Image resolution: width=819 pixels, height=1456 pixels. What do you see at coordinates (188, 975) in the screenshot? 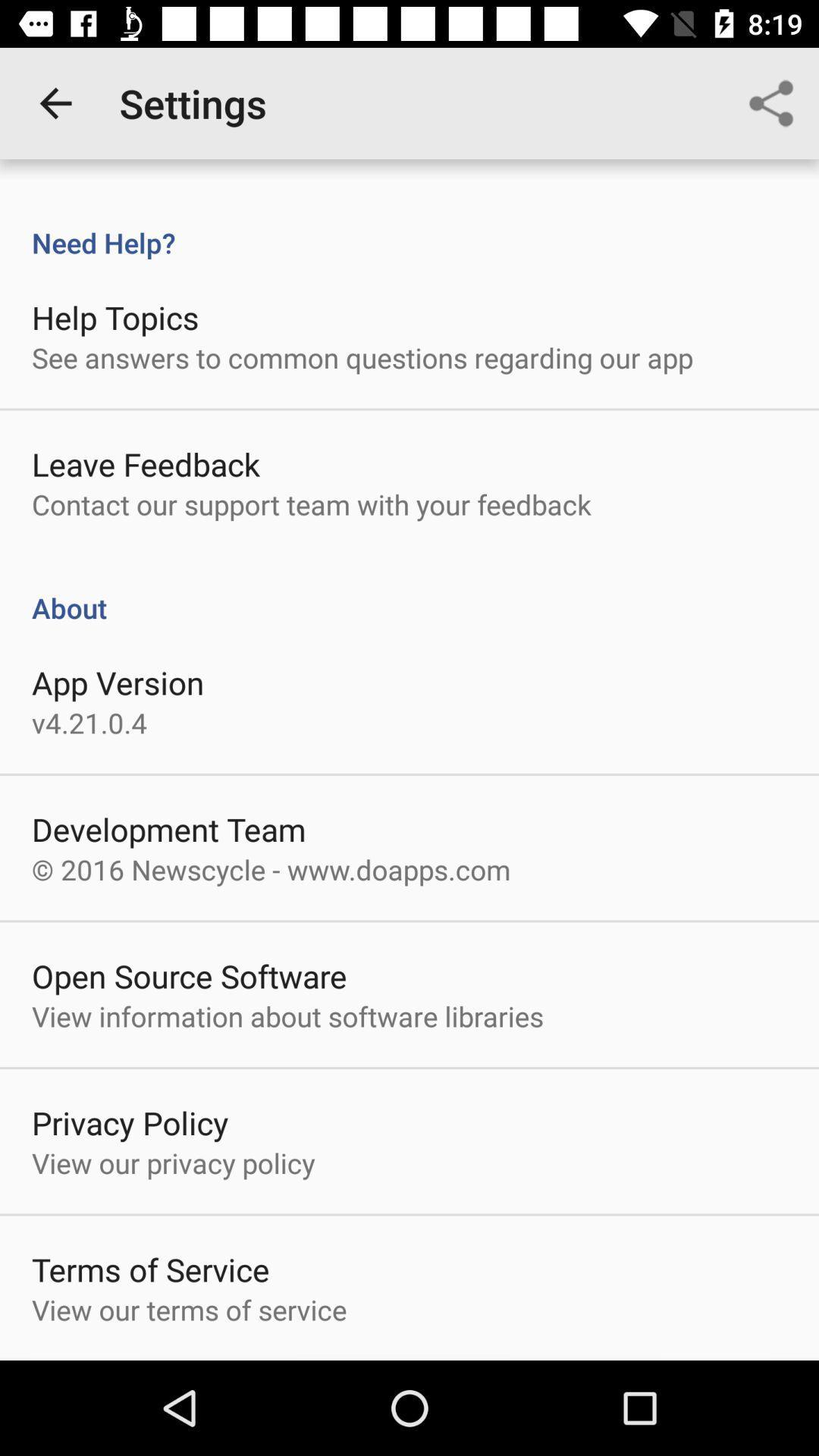
I see `the item below the 2016 newscycle www icon` at bounding box center [188, 975].